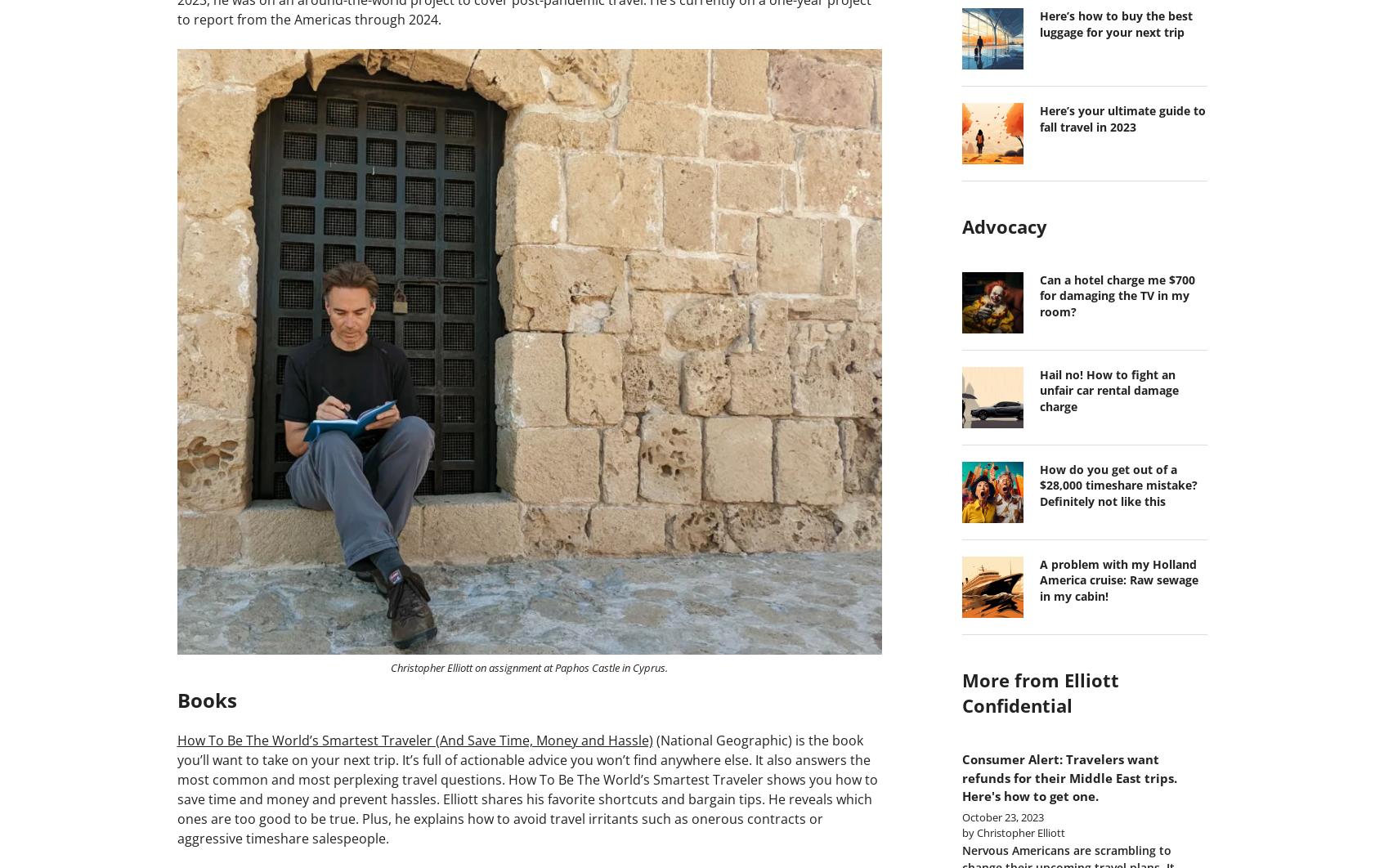 This screenshot has width=1384, height=868. Describe the element at coordinates (526, 788) in the screenshot. I see `'(National Geographic) is the book you’ll want to take on your next trip. It’s full of actionable advice you won’t find anywhere else. It also answers the most common and most perplexing travel questions. How To Be The World’s Smartest Traveler shows you how to save time and money and prevent hassles. Elliott shares his favorite shortcuts and bargain tips. He reveals which ones are too good to be true. Plus, he explains how to avoid travel irritants such as onerous contracts or aggressive timeshare salespeople.'` at that location.